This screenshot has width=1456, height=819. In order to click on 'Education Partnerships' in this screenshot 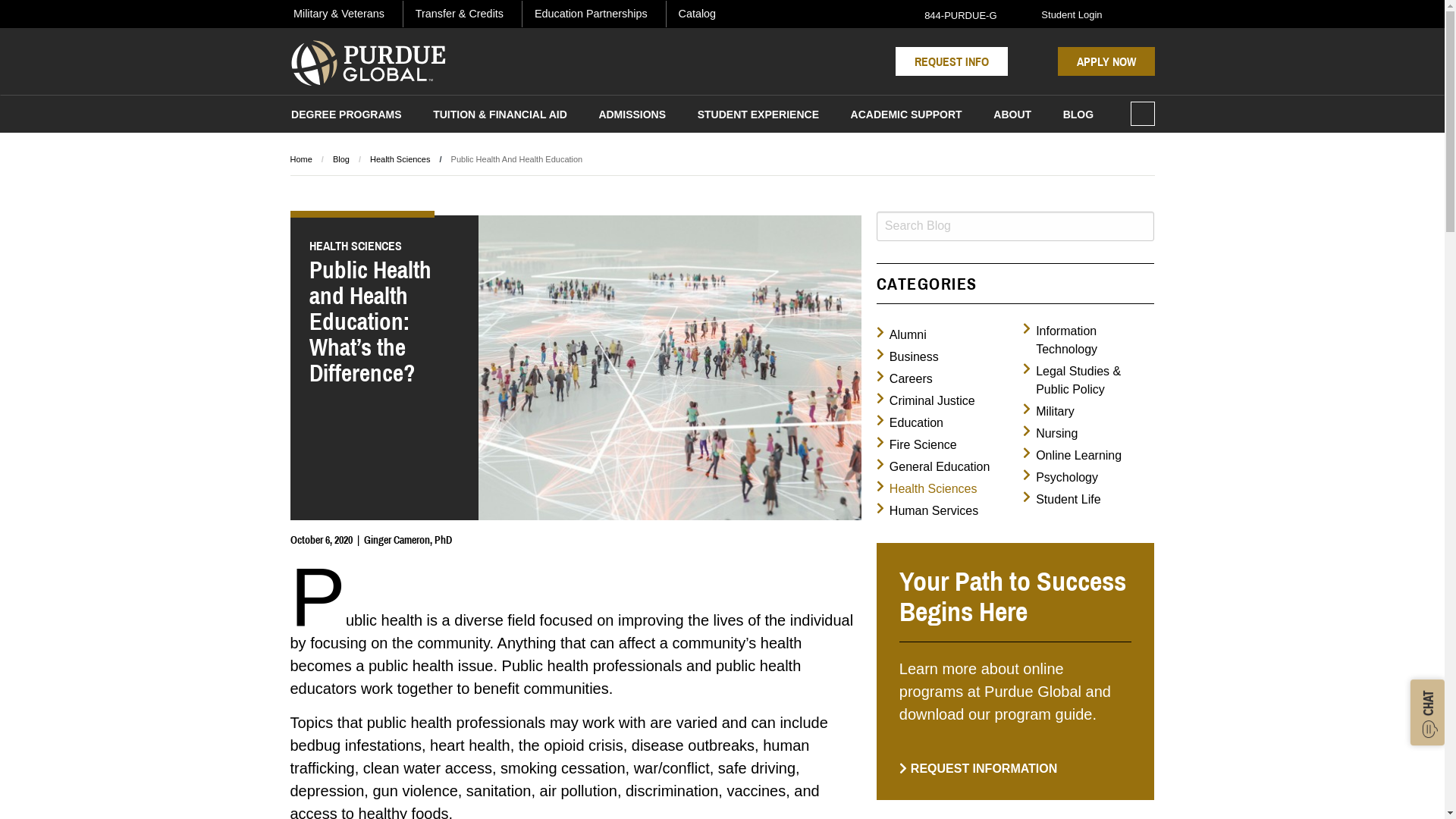, I will do `click(531, 14)`.